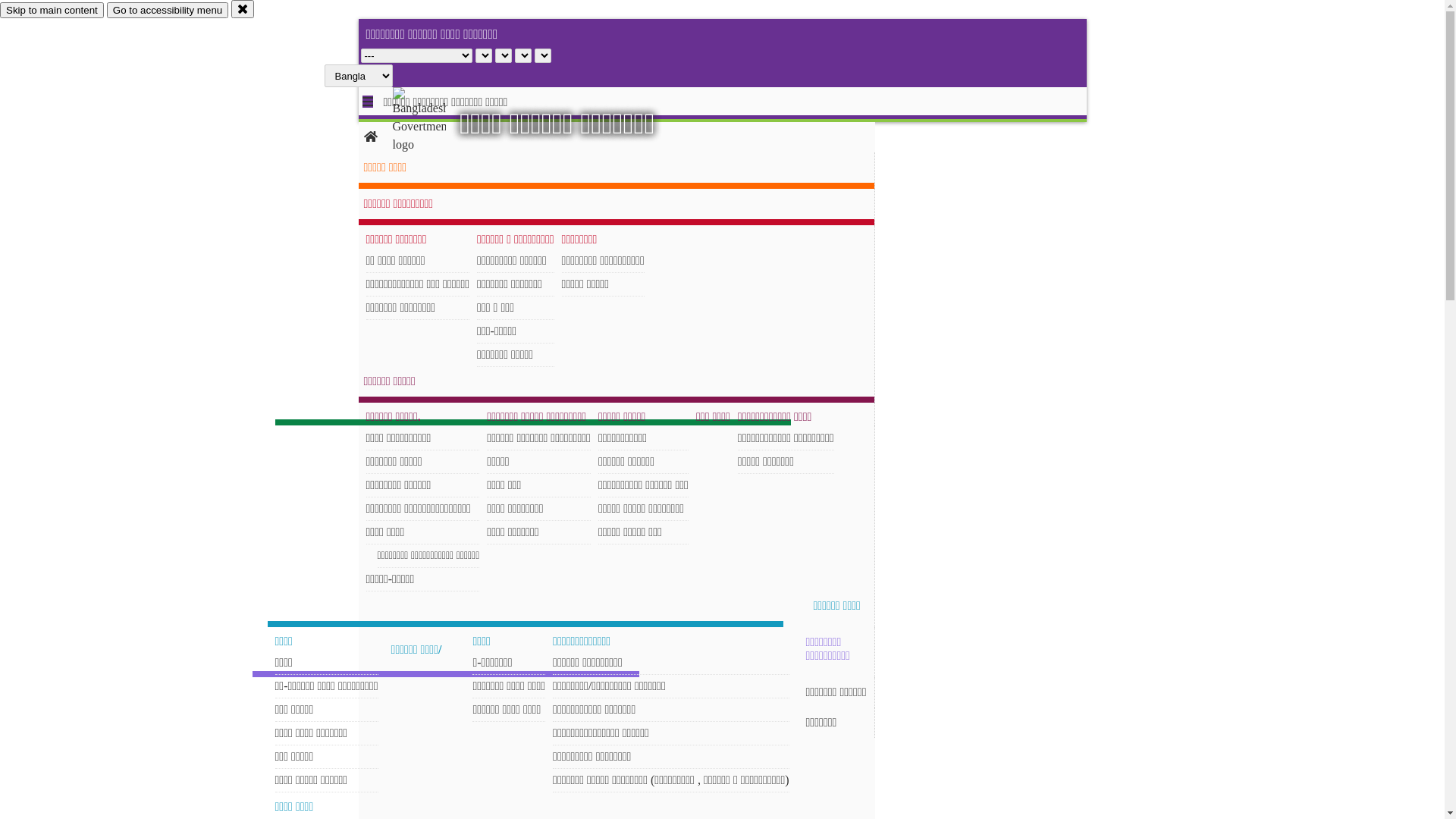 This screenshot has height=819, width=1456. What do you see at coordinates (52, 10) in the screenshot?
I see `'Skip to main content'` at bounding box center [52, 10].